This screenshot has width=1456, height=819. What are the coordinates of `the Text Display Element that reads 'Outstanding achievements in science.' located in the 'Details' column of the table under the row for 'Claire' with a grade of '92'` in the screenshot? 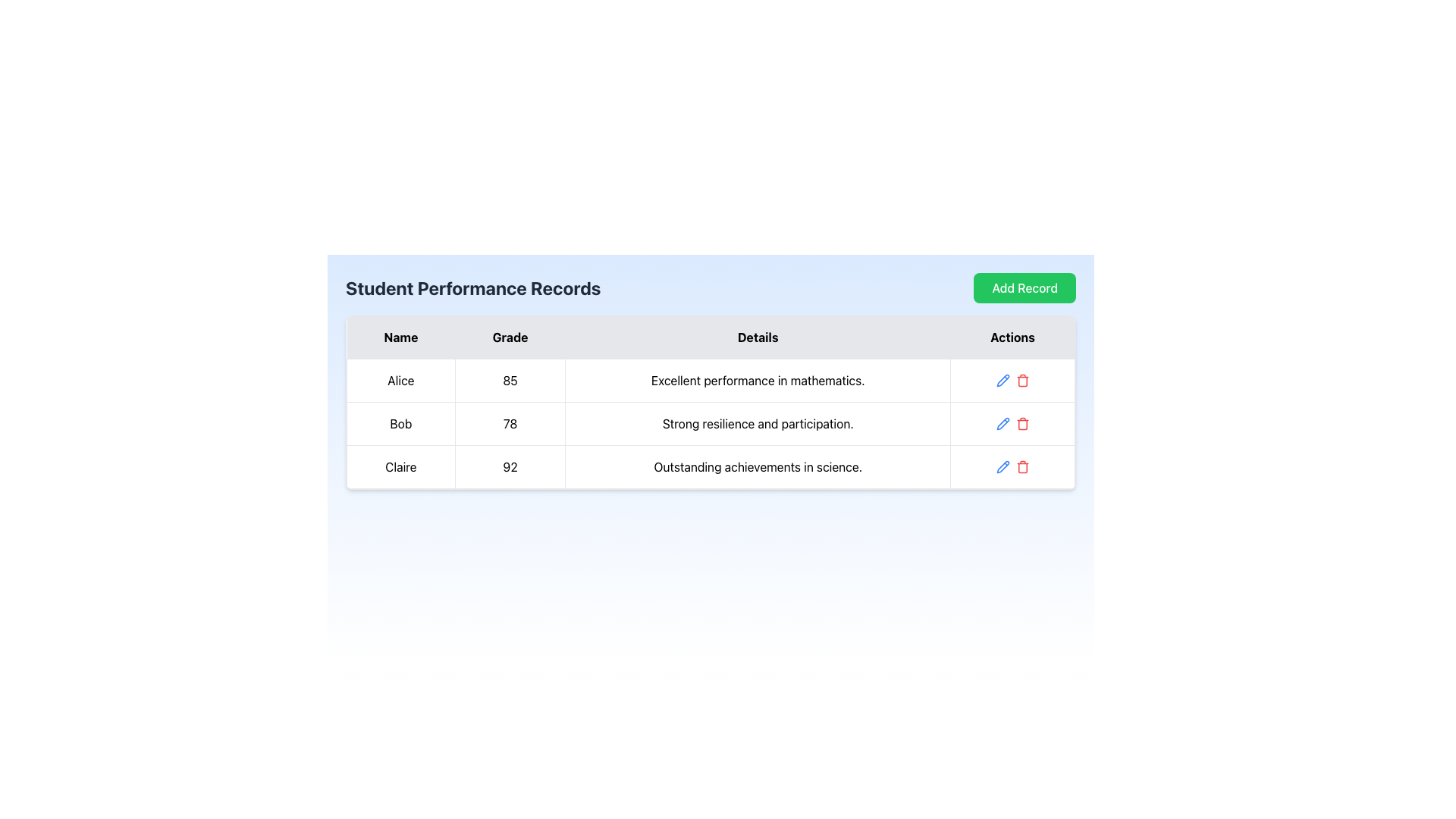 It's located at (758, 466).